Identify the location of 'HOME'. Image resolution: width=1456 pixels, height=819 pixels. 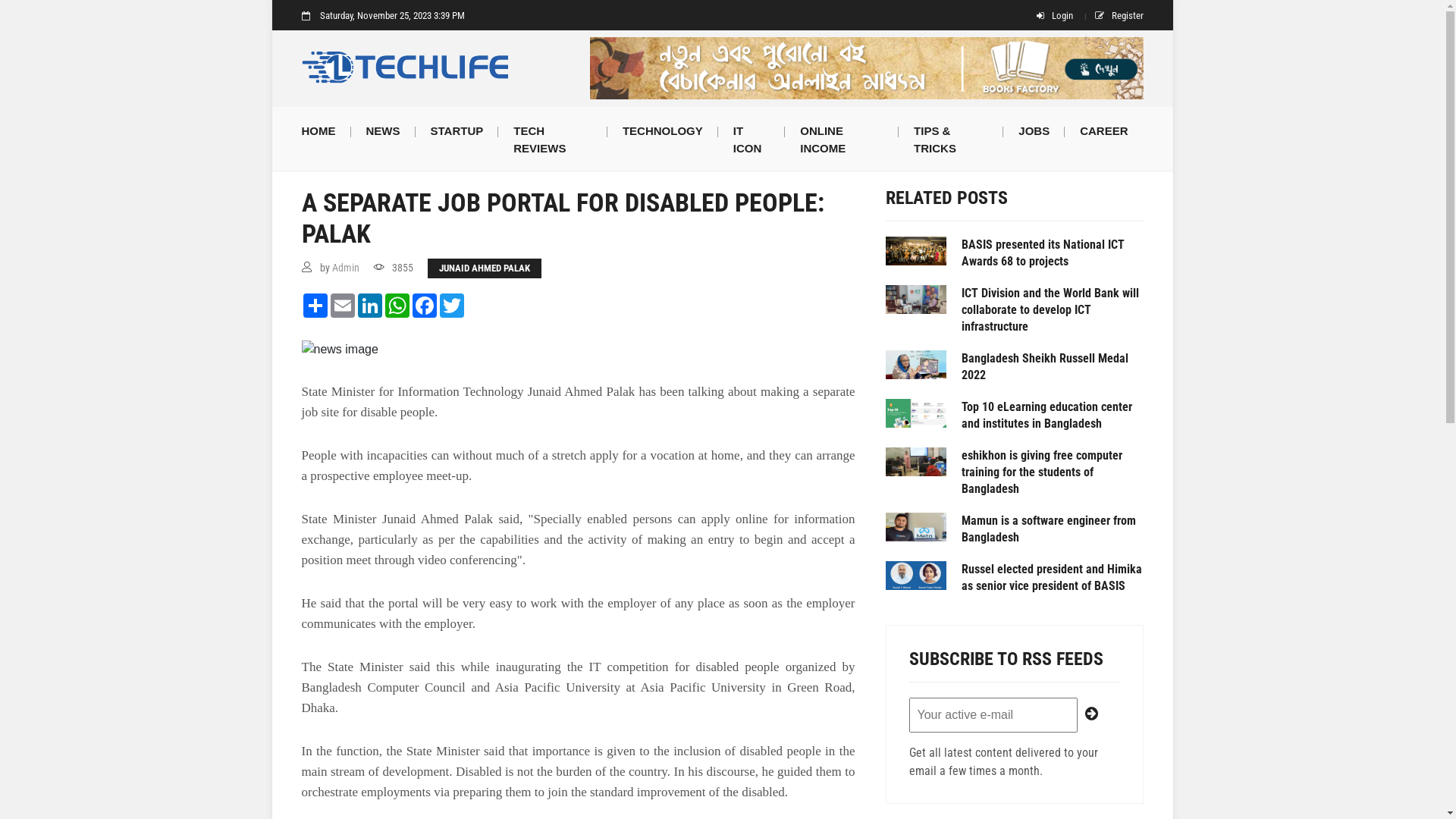
(302, 130).